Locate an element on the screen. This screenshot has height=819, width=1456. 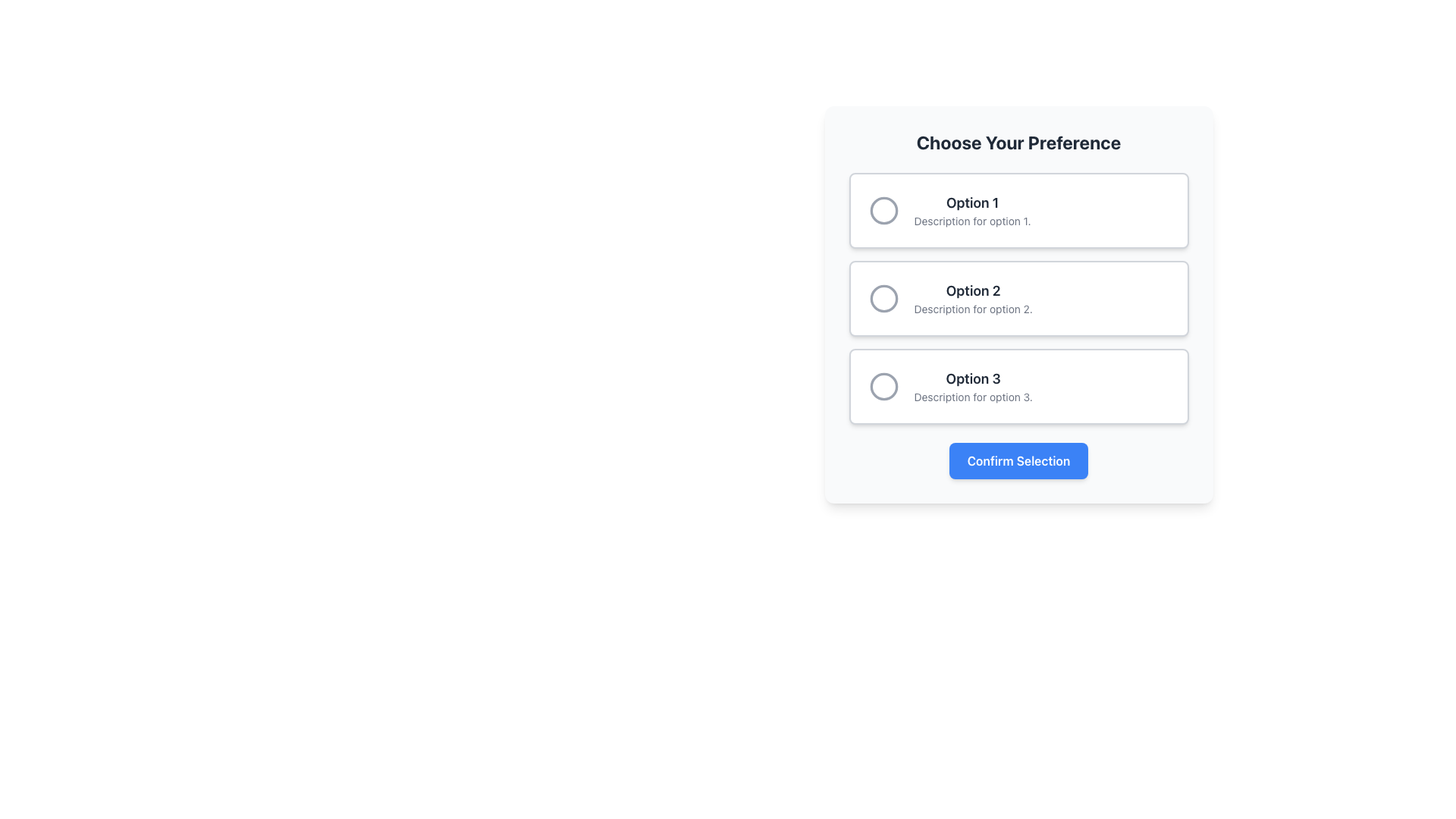
the inner circle of the radio button indicating 'Option 3' in the 'Choose Your Preference' selection list is located at coordinates (883, 385).